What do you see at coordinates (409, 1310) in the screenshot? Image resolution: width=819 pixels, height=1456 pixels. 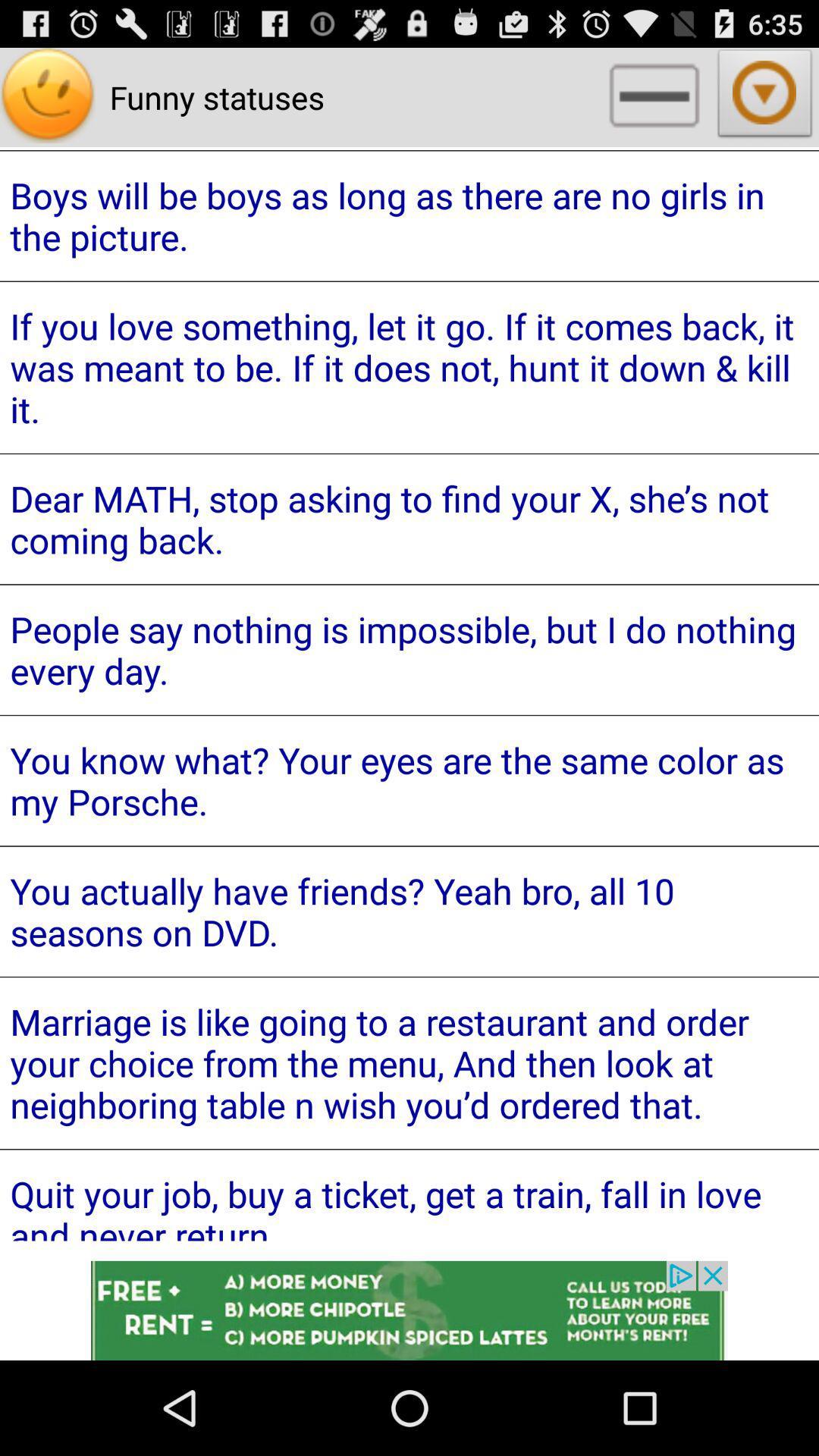 I see `open advertisements` at bounding box center [409, 1310].